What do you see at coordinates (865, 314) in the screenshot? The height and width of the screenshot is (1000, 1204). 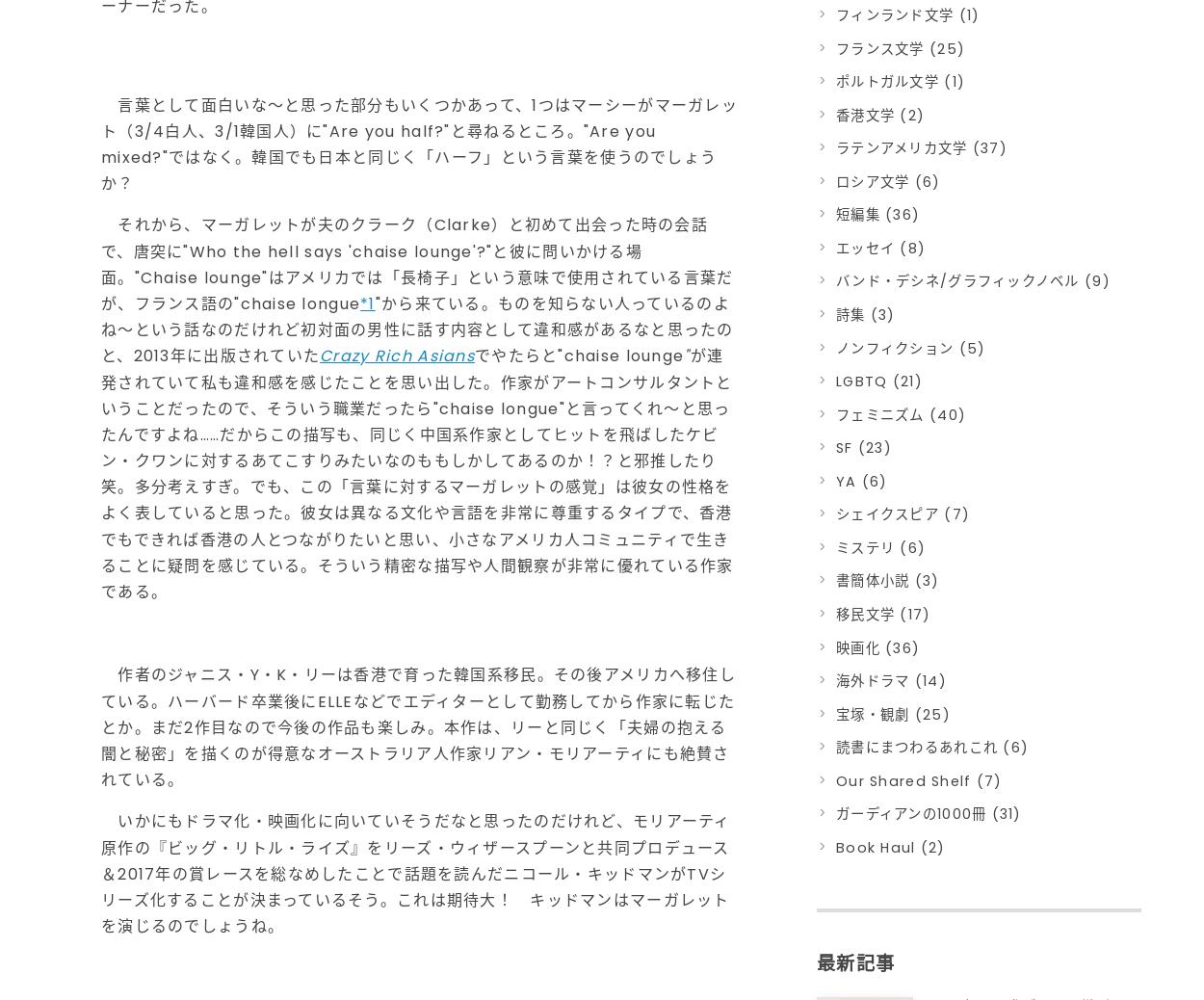 I see `'詩集 (3)'` at bounding box center [865, 314].